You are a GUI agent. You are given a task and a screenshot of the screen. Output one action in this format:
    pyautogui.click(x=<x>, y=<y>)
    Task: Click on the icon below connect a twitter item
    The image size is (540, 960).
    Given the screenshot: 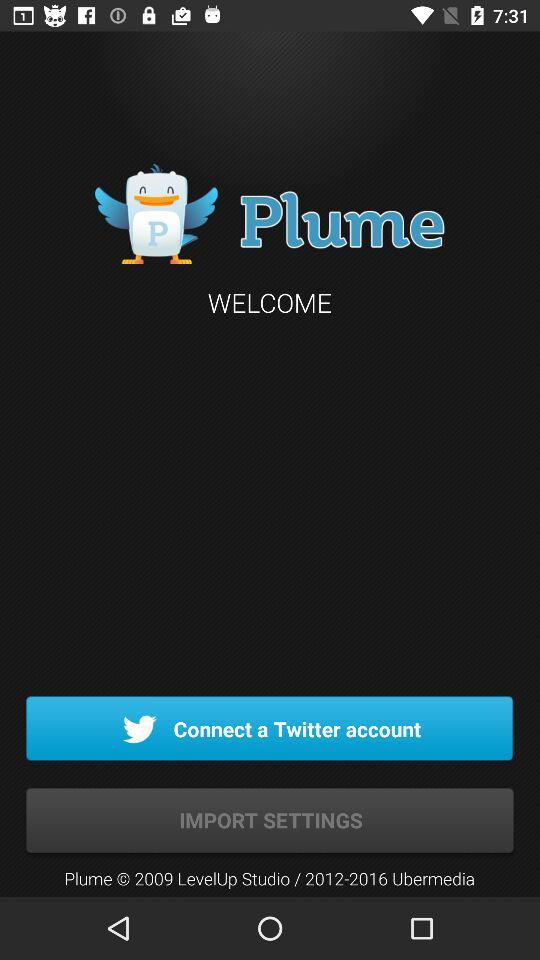 What is the action you would take?
    pyautogui.click(x=270, y=821)
    